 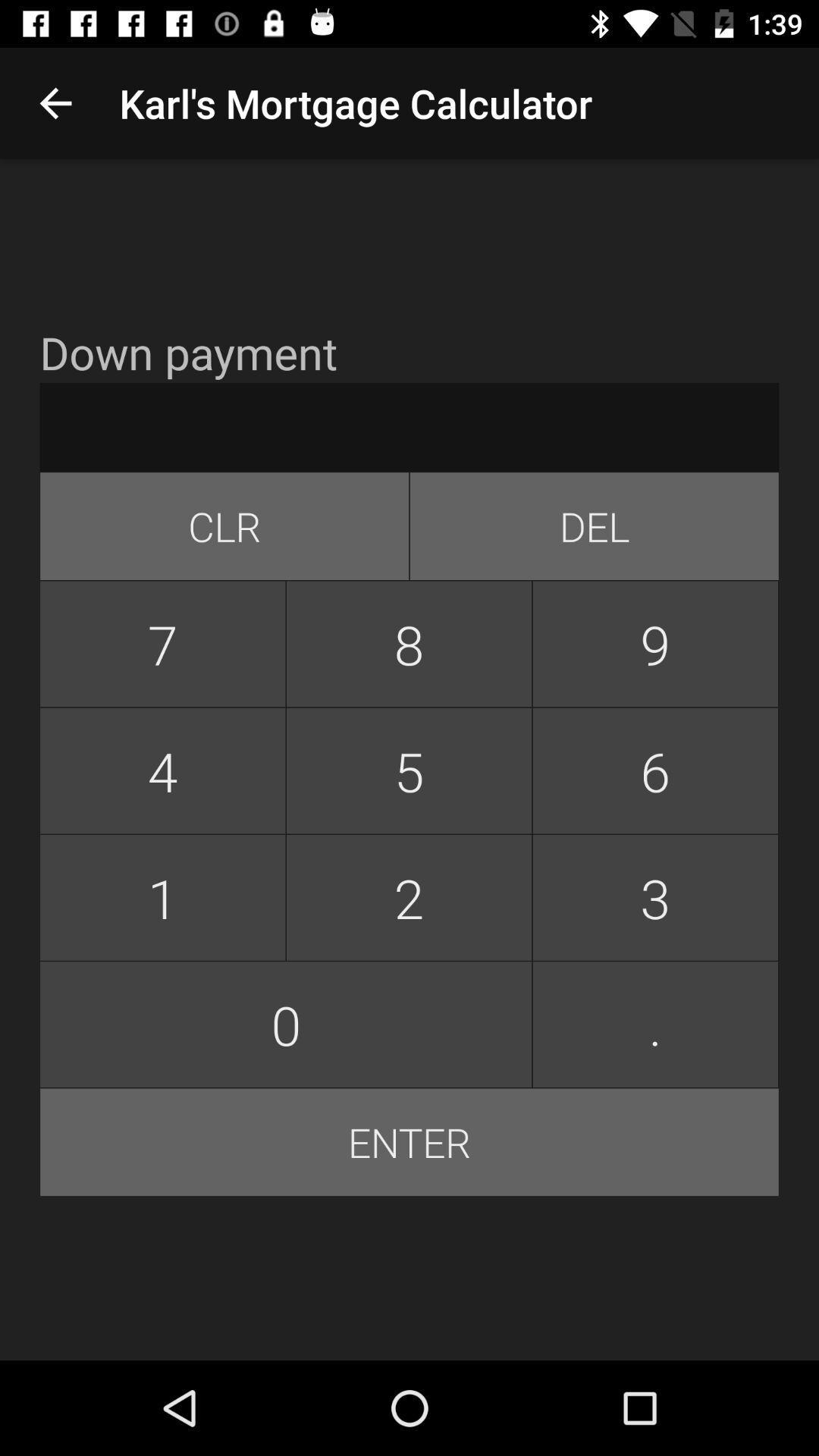 I want to click on item to the left of the 8 button, so click(x=162, y=644).